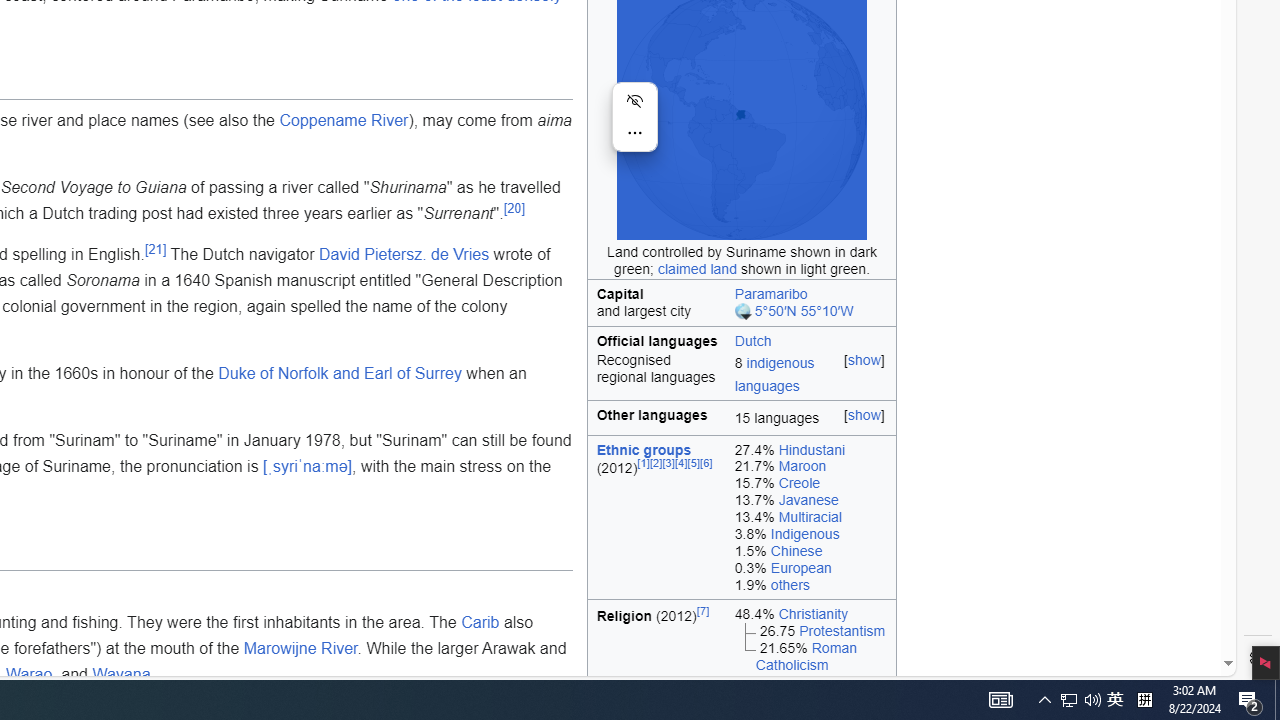 The height and width of the screenshot is (720, 1280). What do you see at coordinates (810, 567) in the screenshot?
I see `'0.3% European'` at bounding box center [810, 567].